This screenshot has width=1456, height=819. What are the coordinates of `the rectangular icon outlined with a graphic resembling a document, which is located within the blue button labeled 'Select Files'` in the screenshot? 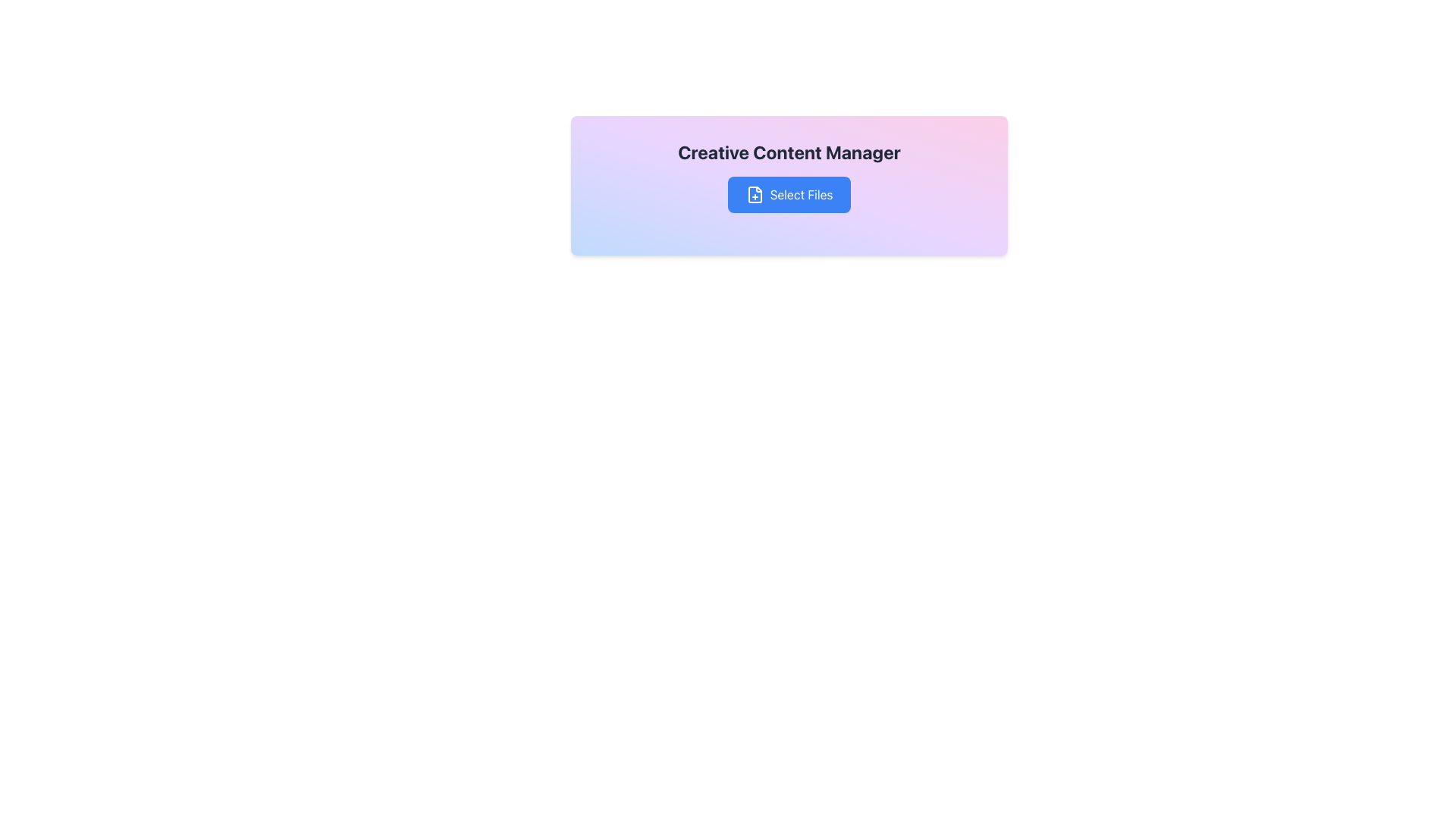 It's located at (755, 194).